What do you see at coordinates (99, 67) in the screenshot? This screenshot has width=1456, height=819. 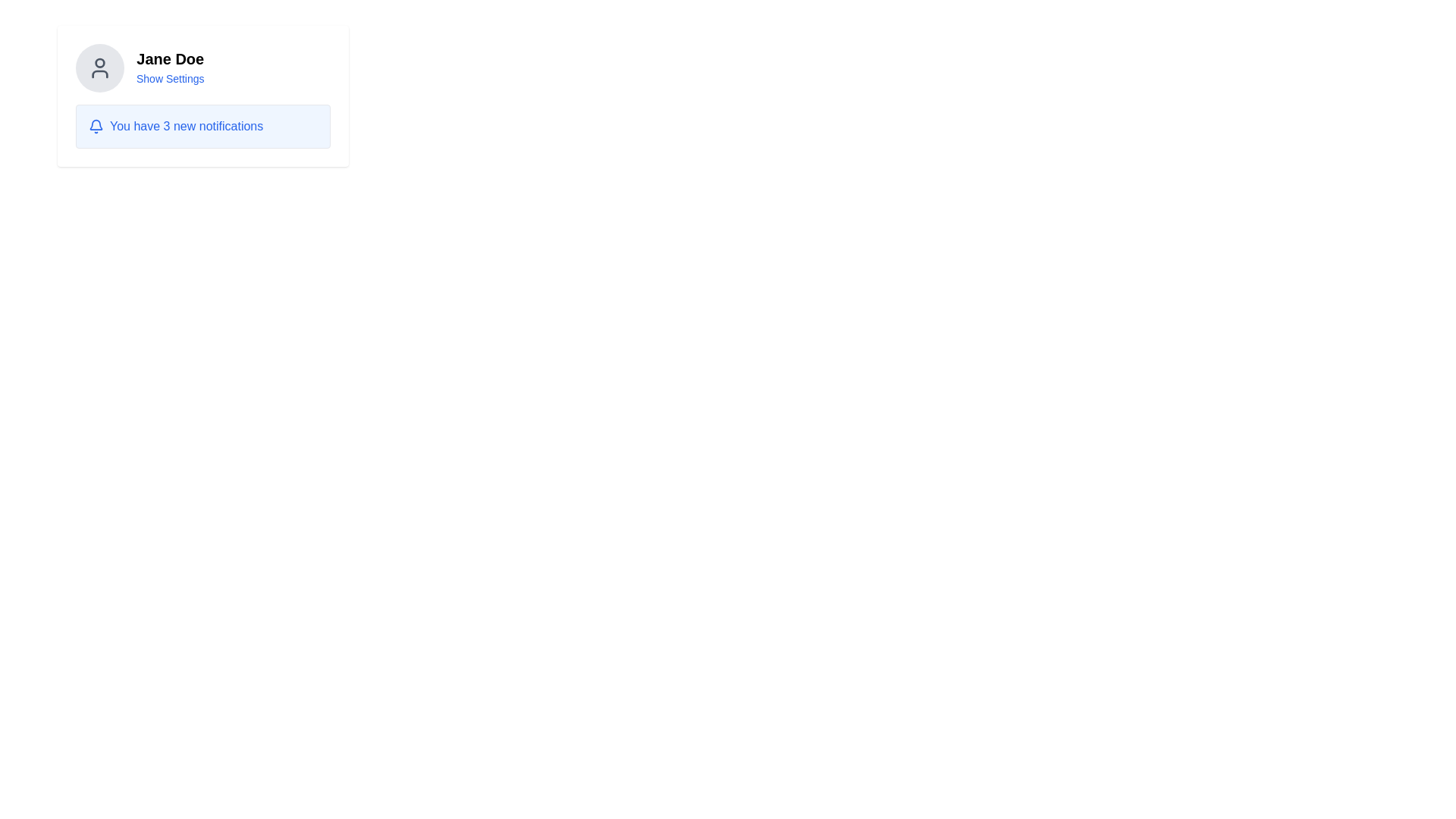 I see `the circular user figure icon with a gray silhouette, located near the top left of the interface, adjacent to 'Jane Doe' and 'Show Settings'` at bounding box center [99, 67].